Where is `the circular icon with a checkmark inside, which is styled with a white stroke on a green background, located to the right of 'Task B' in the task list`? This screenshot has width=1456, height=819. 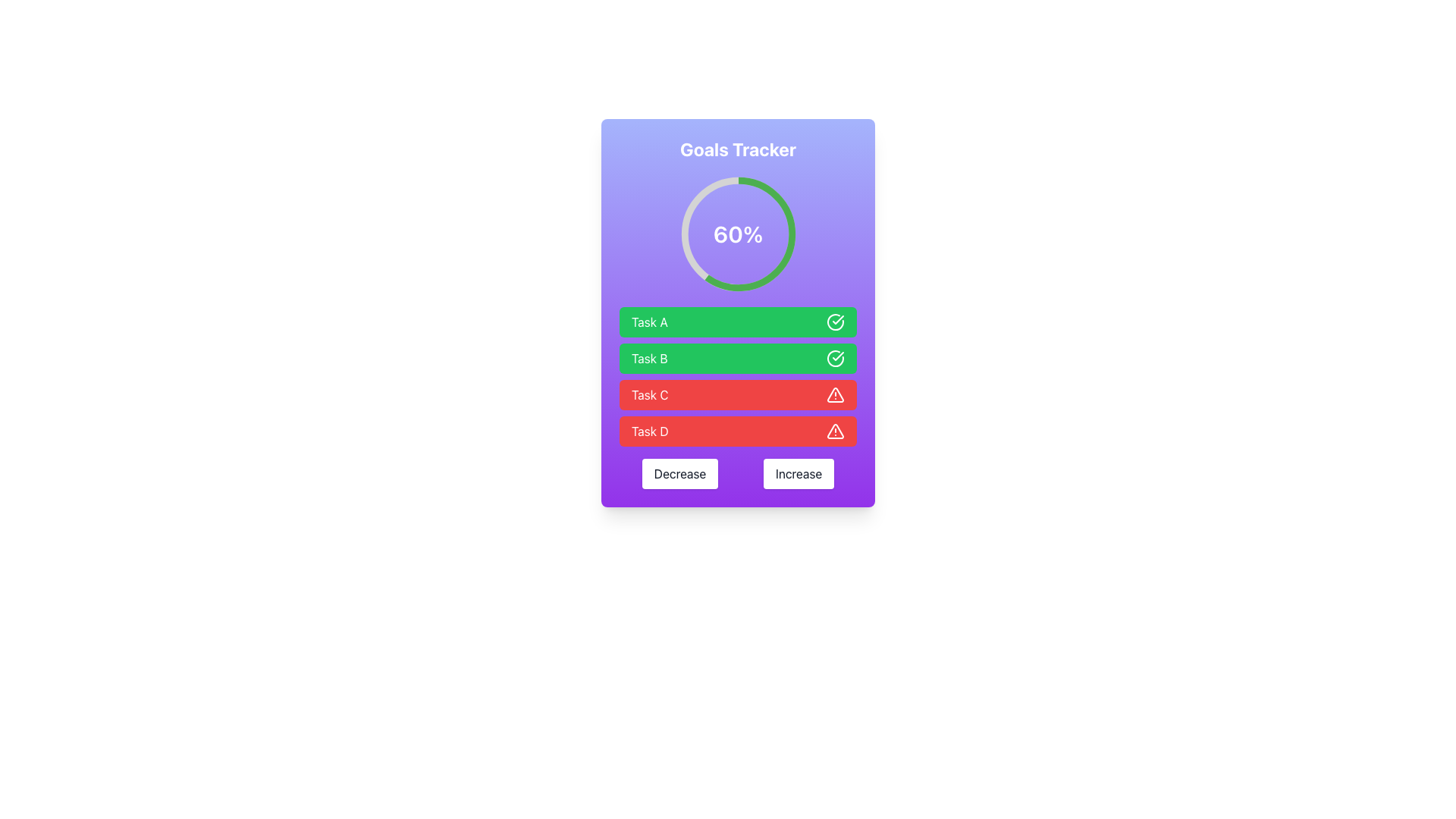 the circular icon with a checkmark inside, which is styled with a white stroke on a green background, located to the right of 'Task B' in the task list is located at coordinates (835, 359).